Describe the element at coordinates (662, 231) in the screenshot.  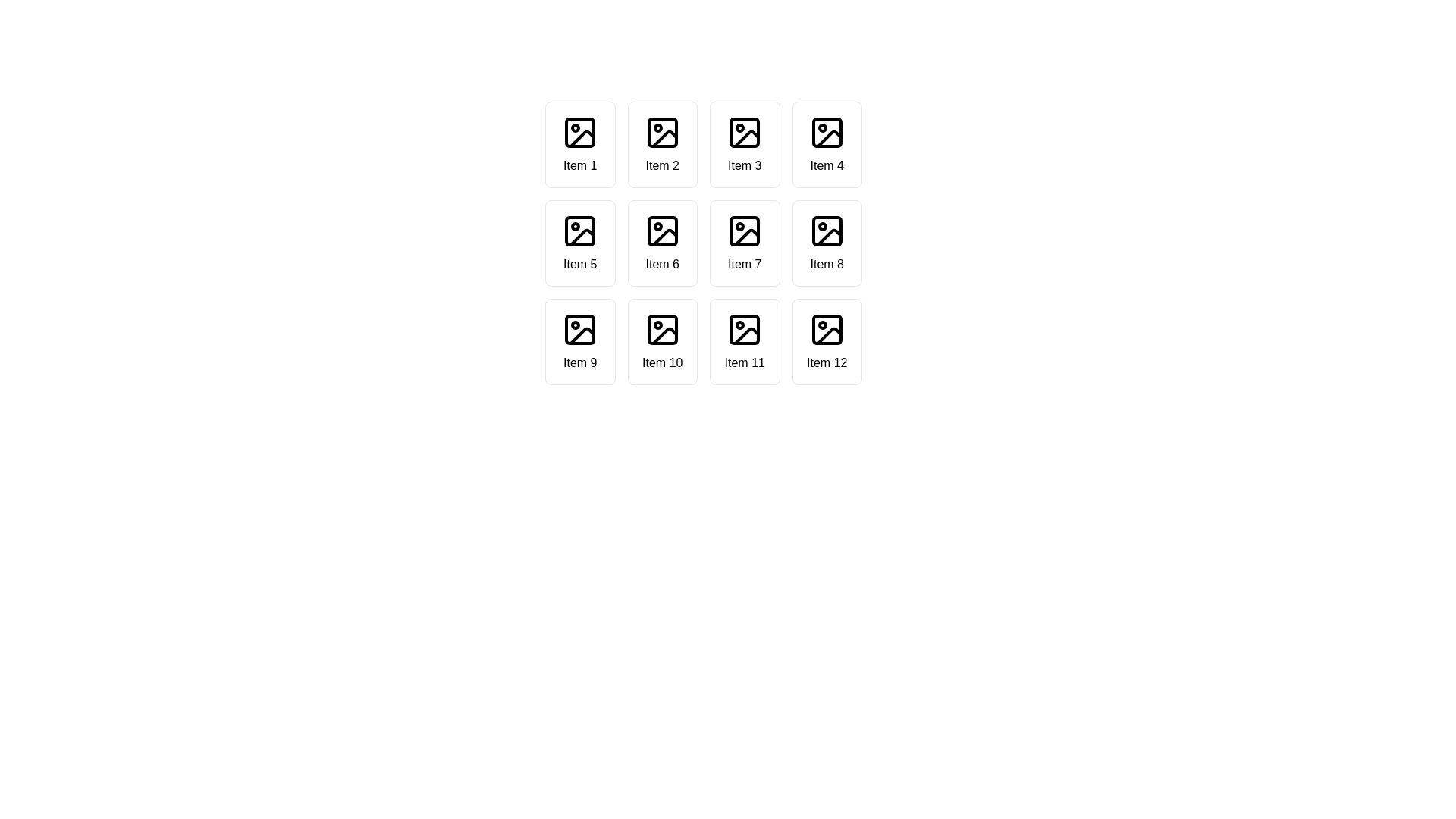
I see `the photograph icon located at the center of 'Item 6' in the grid layout` at that location.